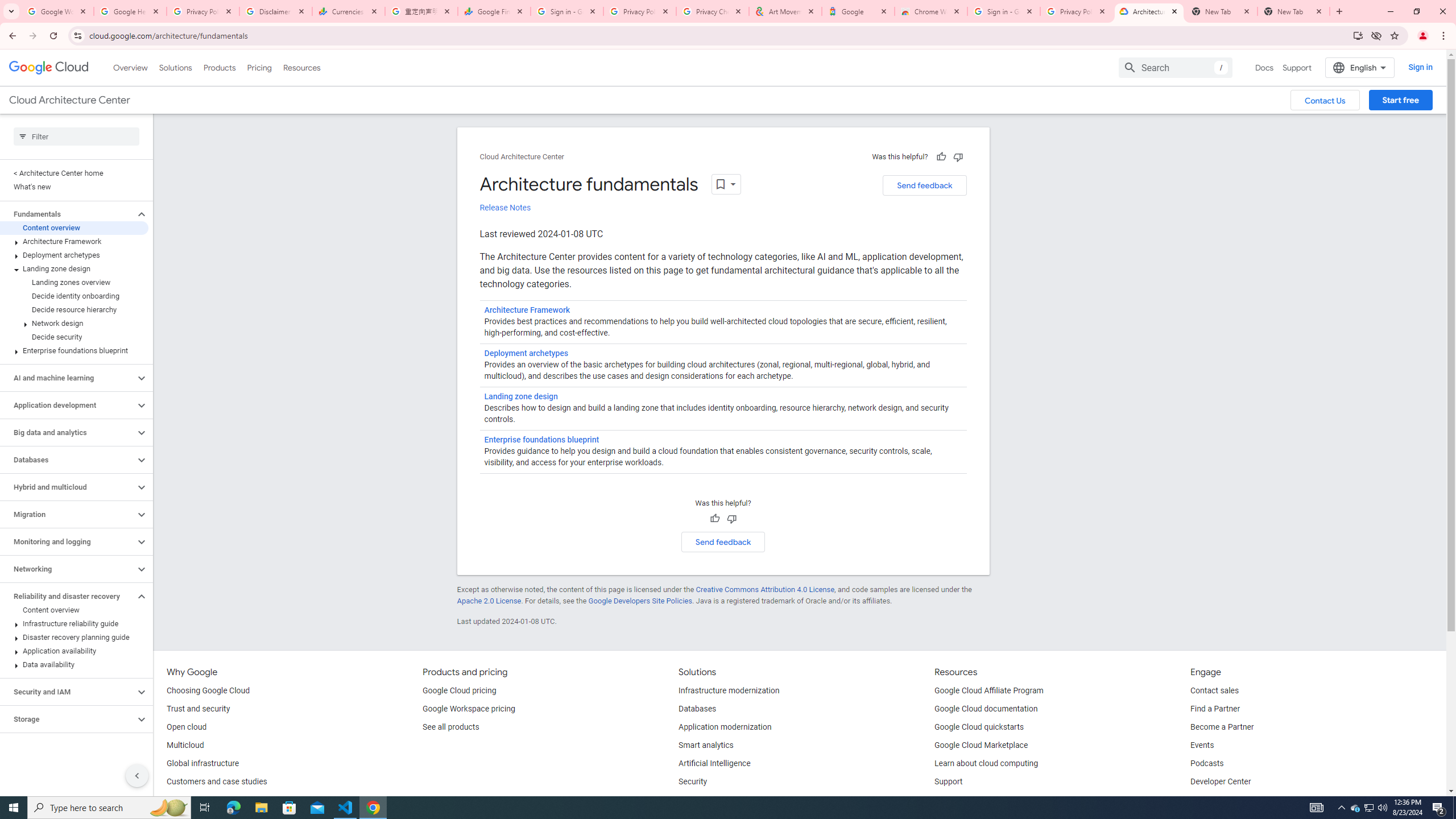 The width and height of the screenshot is (1456, 819). What do you see at coordinates (981, 745) in the screenshot?
I see `'Google Cloud Marketplace'` at bounding box center [981, 745].